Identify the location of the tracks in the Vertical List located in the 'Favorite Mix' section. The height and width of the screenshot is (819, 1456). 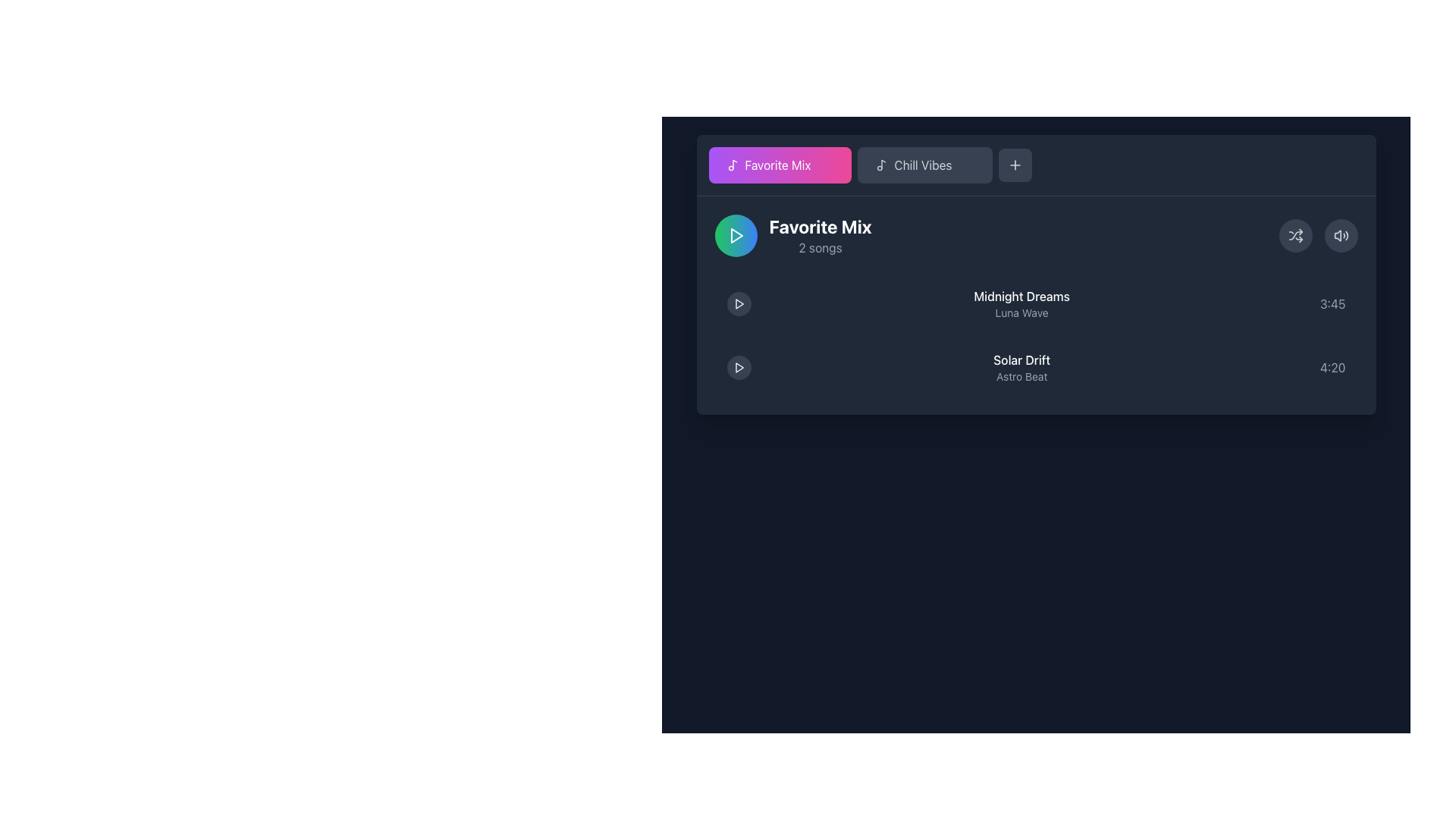
(1035, 335).